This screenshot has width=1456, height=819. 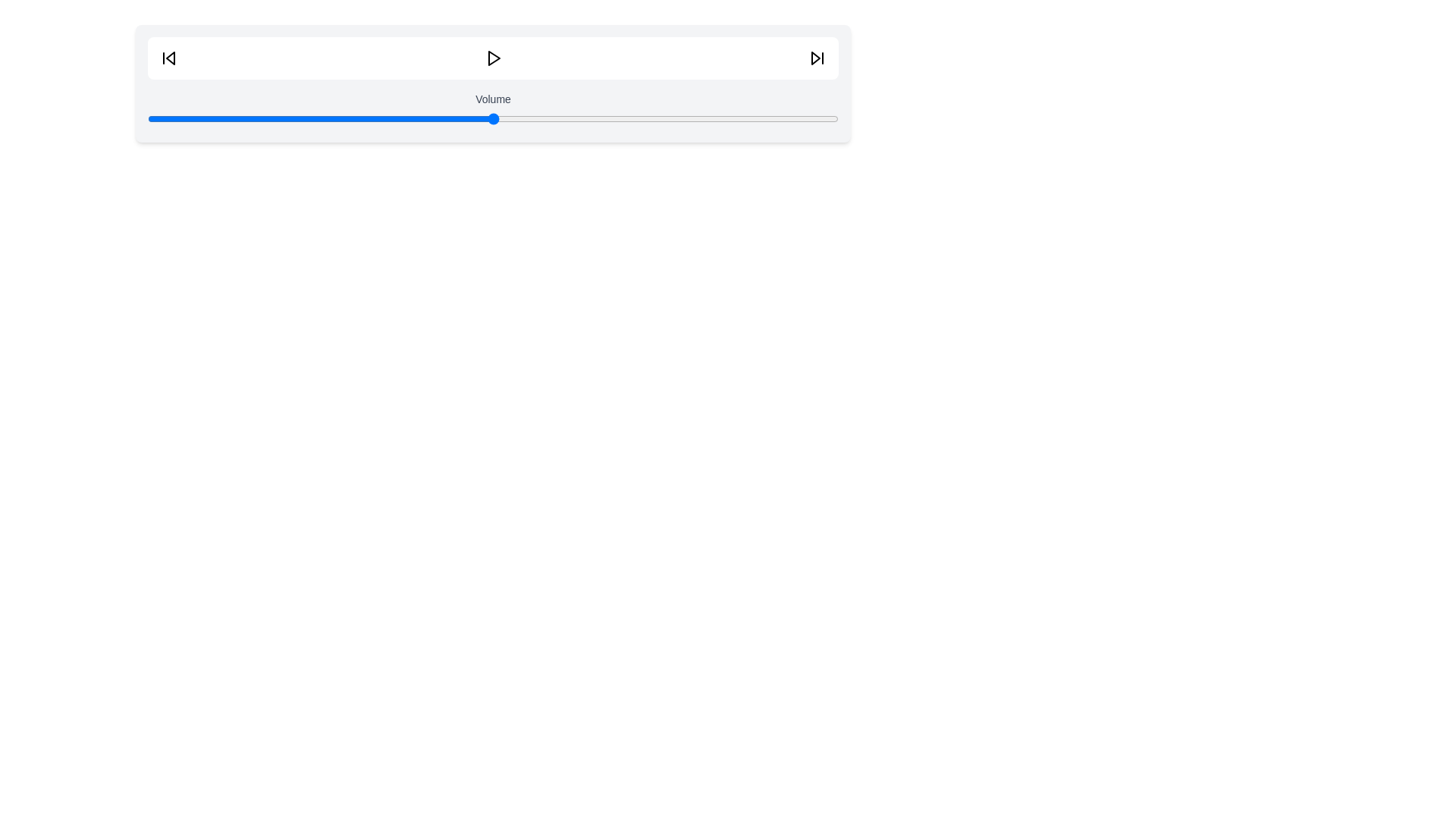 I want to click on the 'skip forward' button, which is an icon resembling an arrow pointing to the right, located in the top-right corner of the application interface, so click(x=817, y=58).